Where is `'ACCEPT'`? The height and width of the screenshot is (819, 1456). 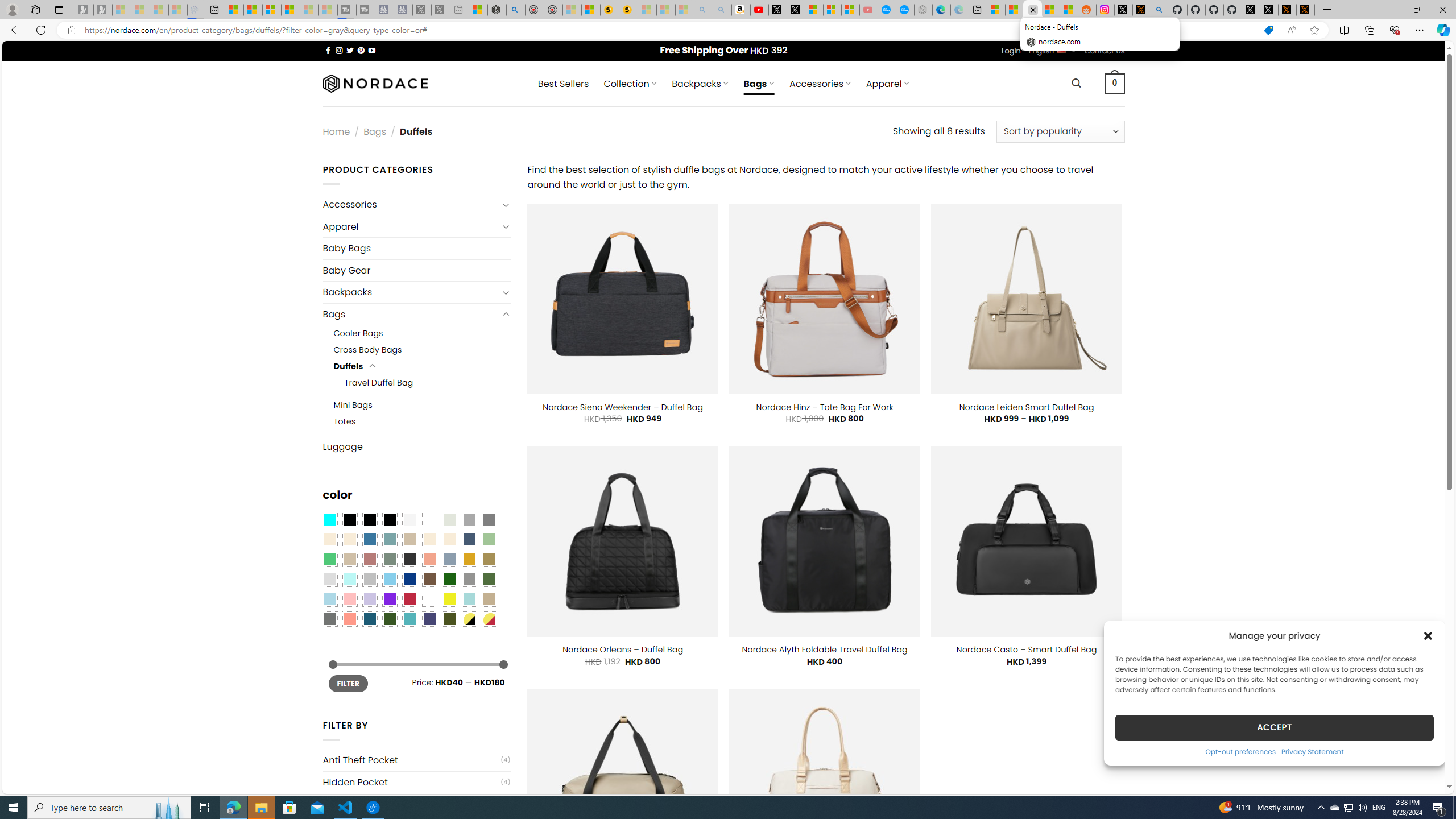
'ACCEPT' is located at coordinates (1275, 727).